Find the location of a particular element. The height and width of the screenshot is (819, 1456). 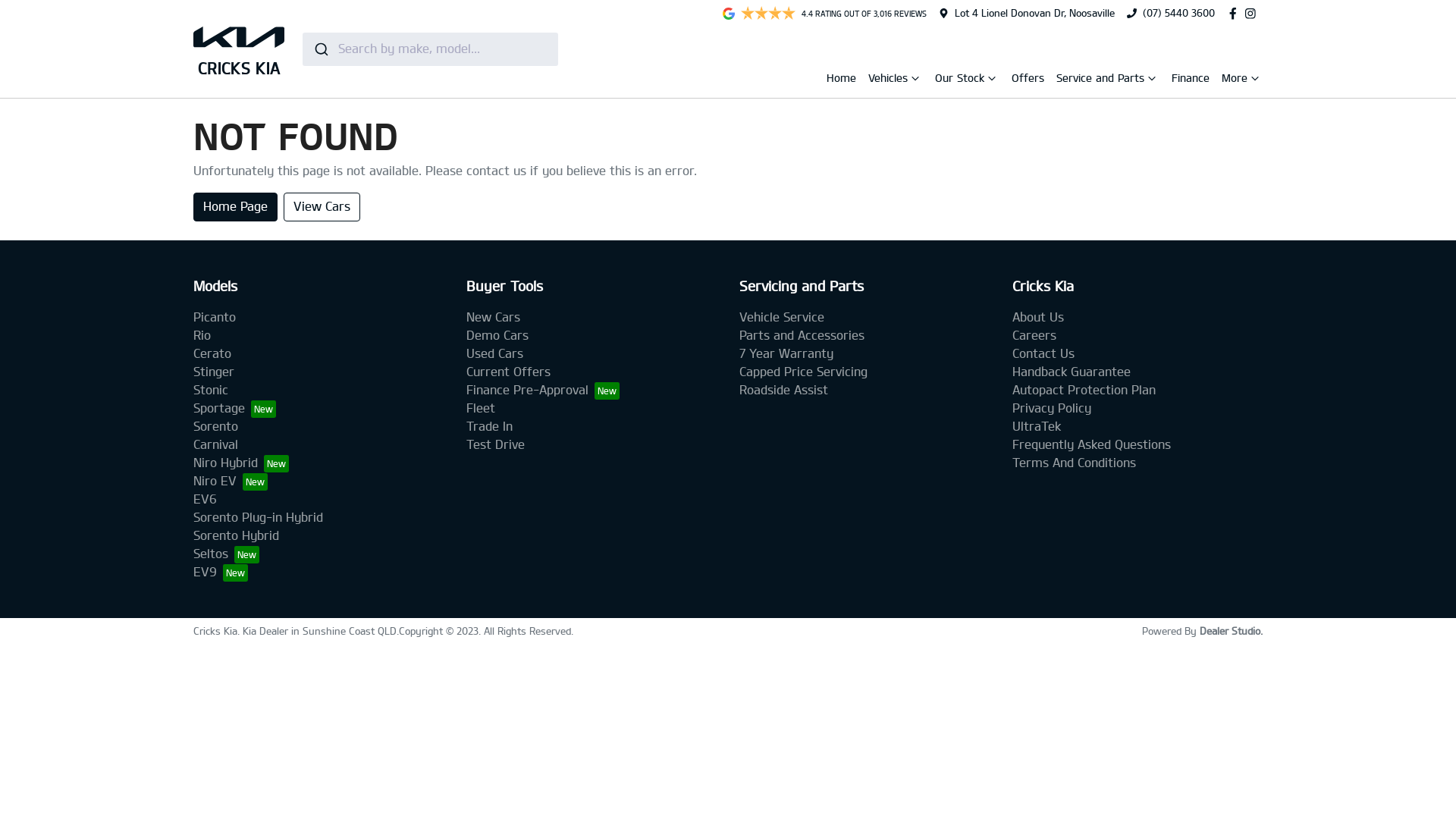

'EV6' is located at coordinates (204, 499).